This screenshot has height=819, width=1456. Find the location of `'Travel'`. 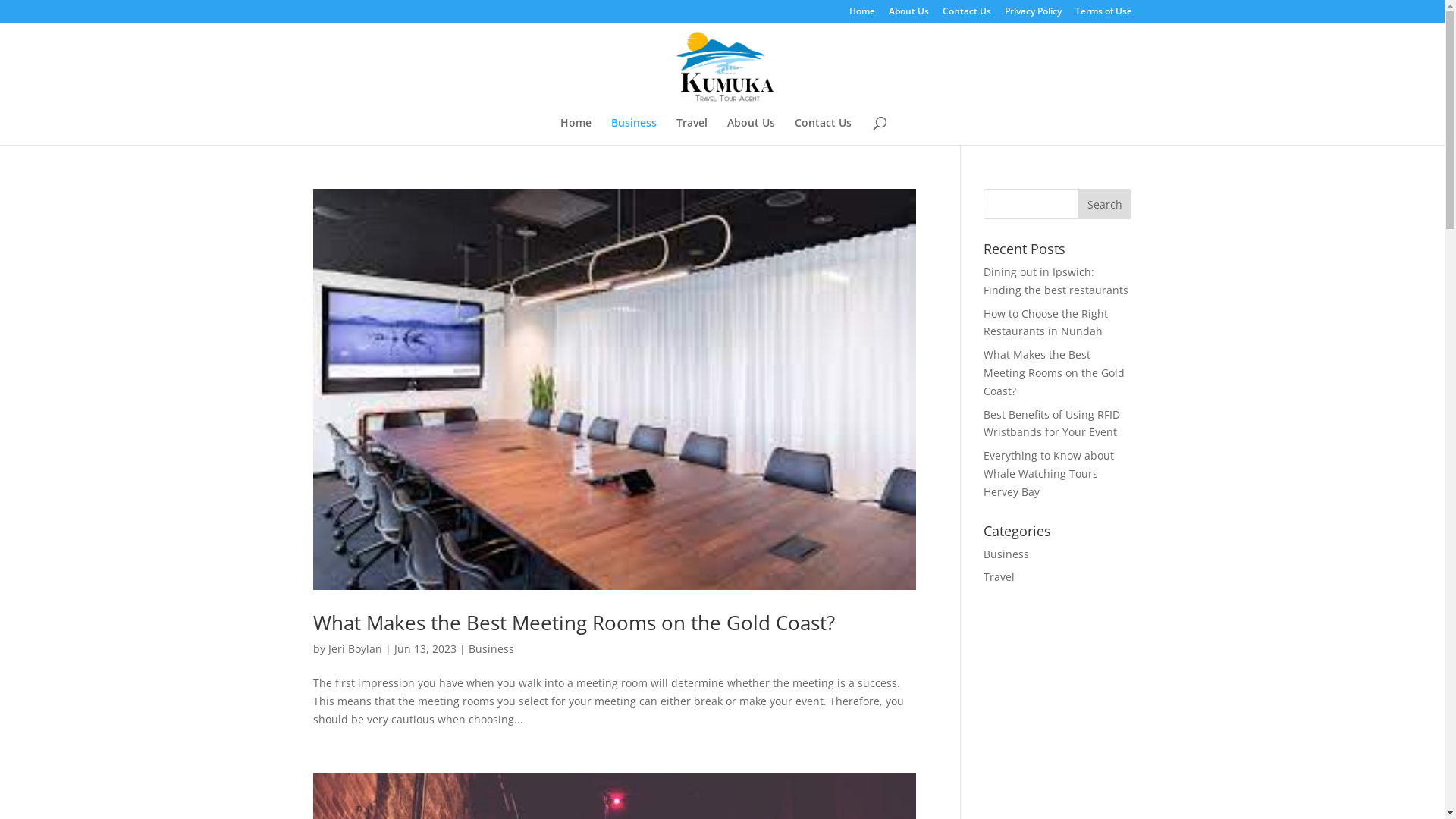

'Travel' is located at coordinates (999, 576).